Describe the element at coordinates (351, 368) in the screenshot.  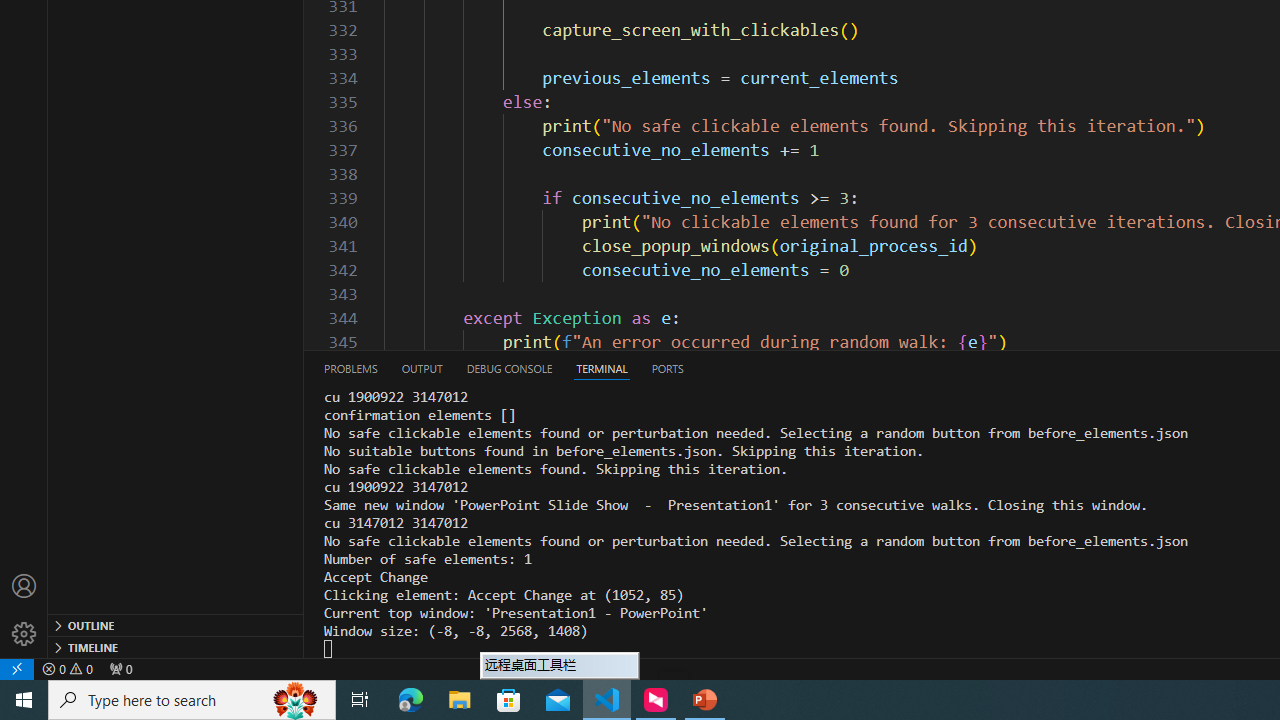
I see `'Problems (Ctrl+Shift+M)'` at that location.